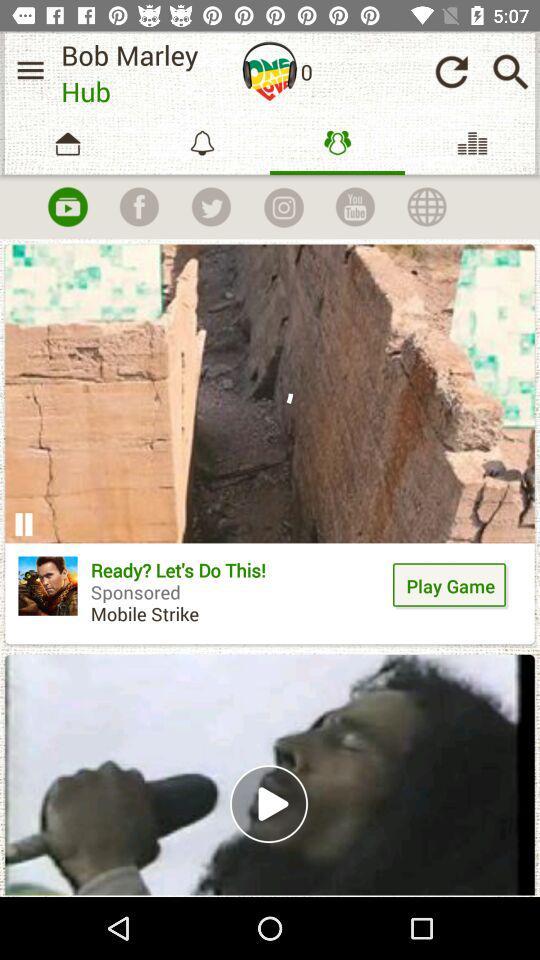 The height and width of the screenshot is (960, 540). Describe the element at coordinates (472, 142) in the screenshot. I see `the icon below the search icon` at that location.